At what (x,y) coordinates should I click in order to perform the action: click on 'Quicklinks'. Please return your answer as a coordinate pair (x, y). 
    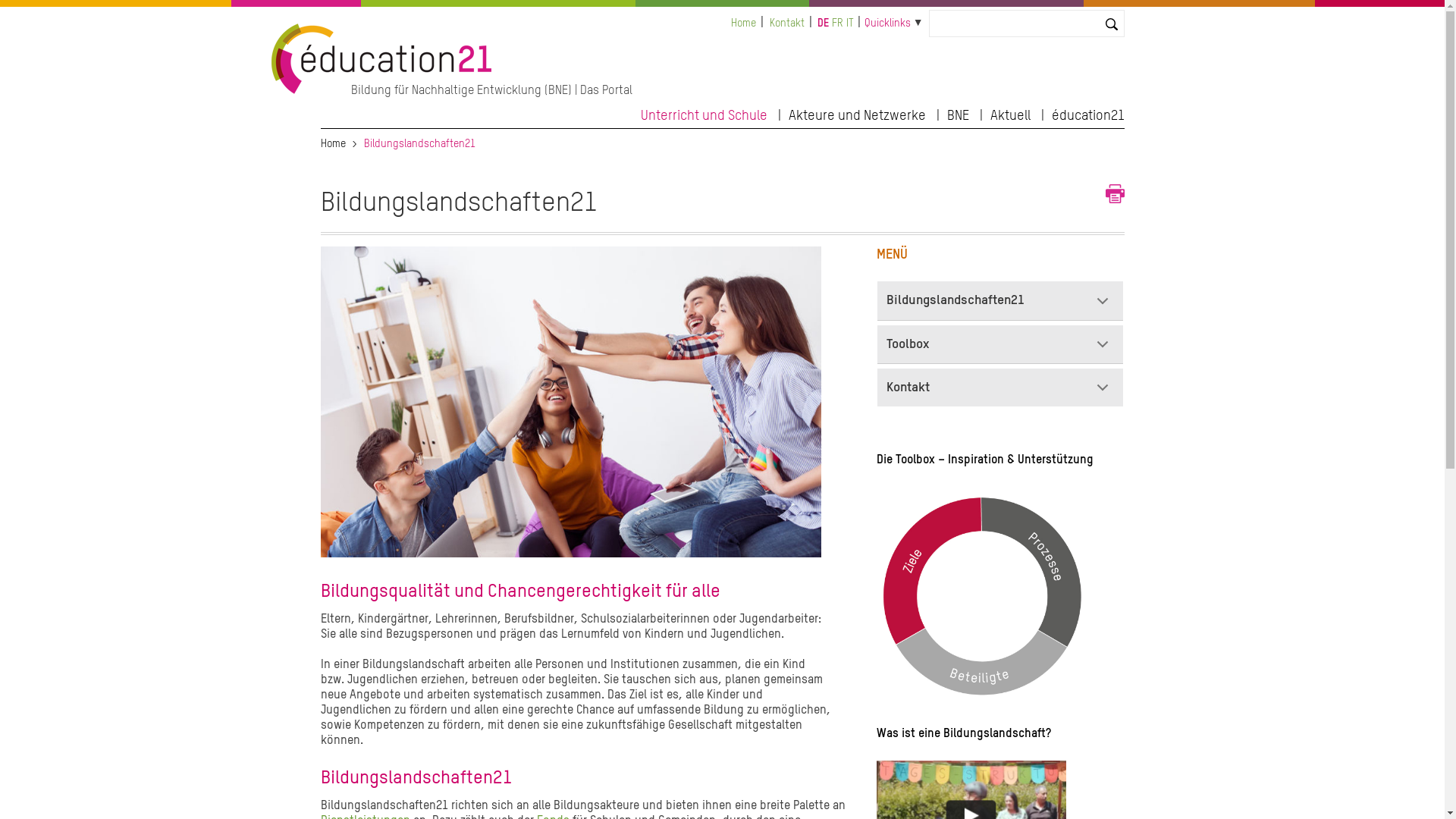
    Looking at the image, I should click on (864, 23).